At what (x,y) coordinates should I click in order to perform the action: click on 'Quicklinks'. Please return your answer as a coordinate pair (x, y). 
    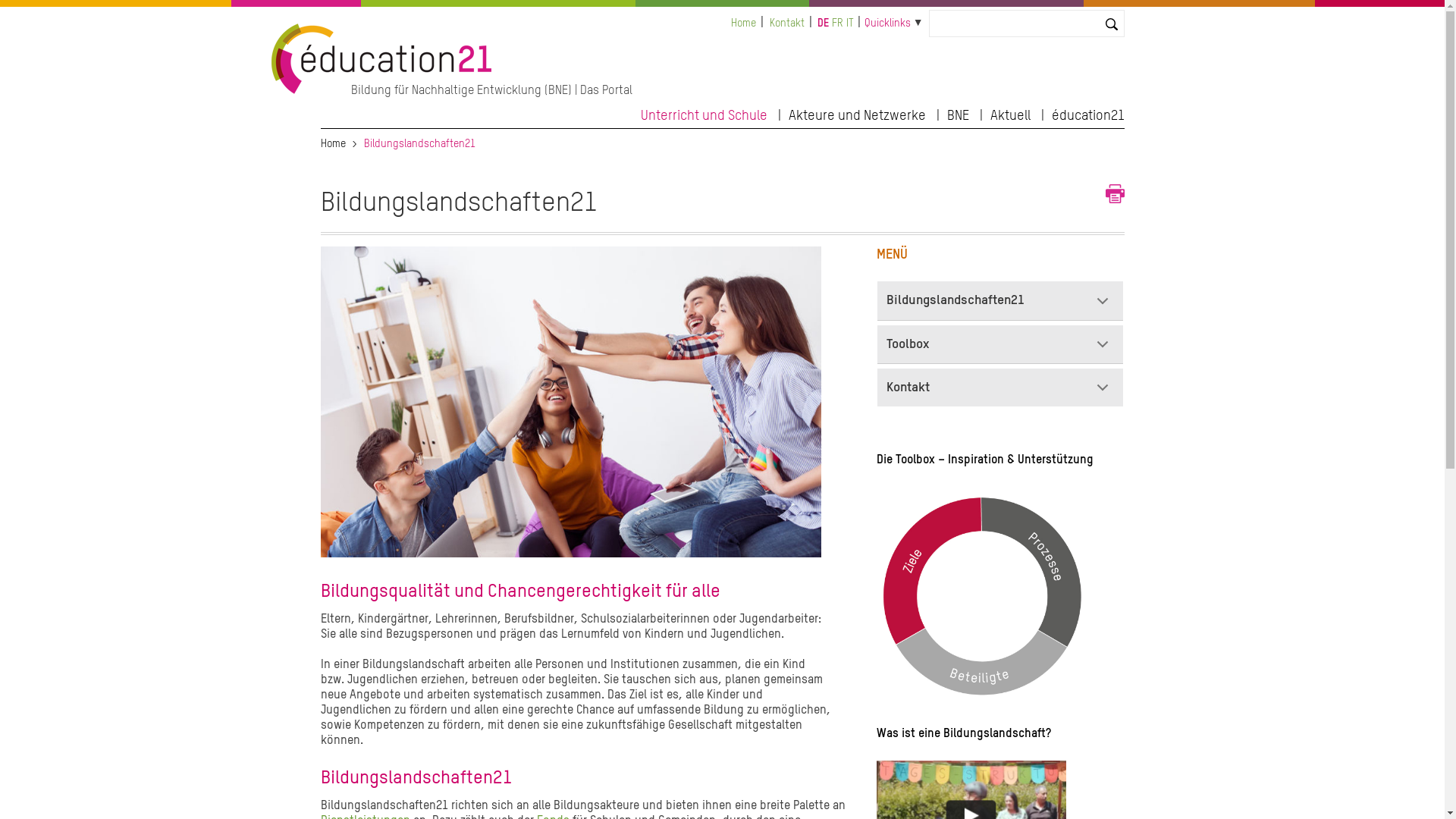
    Looking at the image, I should click on (864, 23).